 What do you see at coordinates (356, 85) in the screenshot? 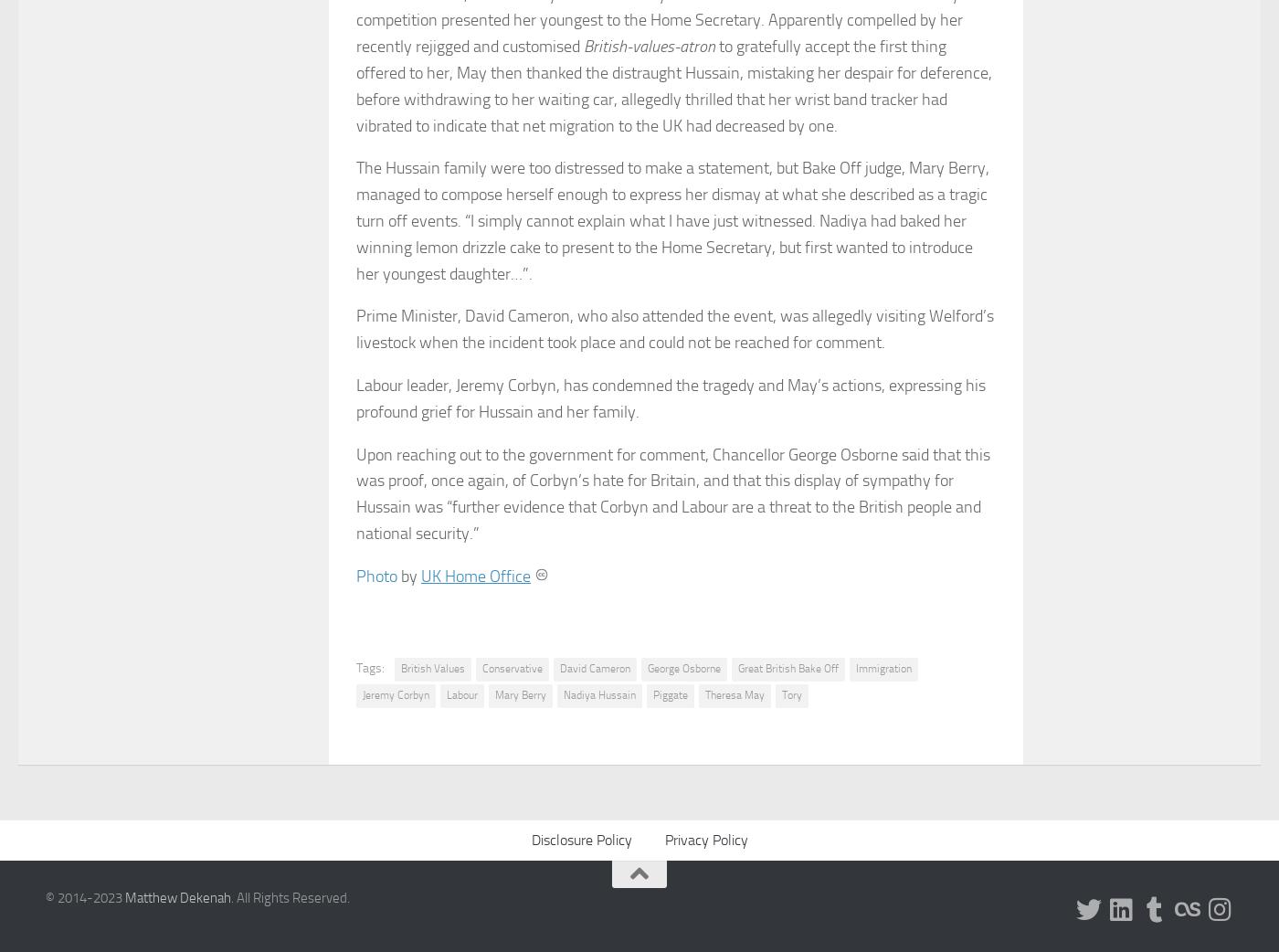
I see `'to gratefully accept the first thing offered to her, May then thanked the distraught Hussain, mistaking her despair for deference, before withdrawing to her waiting car, allegedly thrilled that her wrist band tracker had vibrated to indicate that net migration to the UK had decreased by one.'` at bounding box center [356, 85].